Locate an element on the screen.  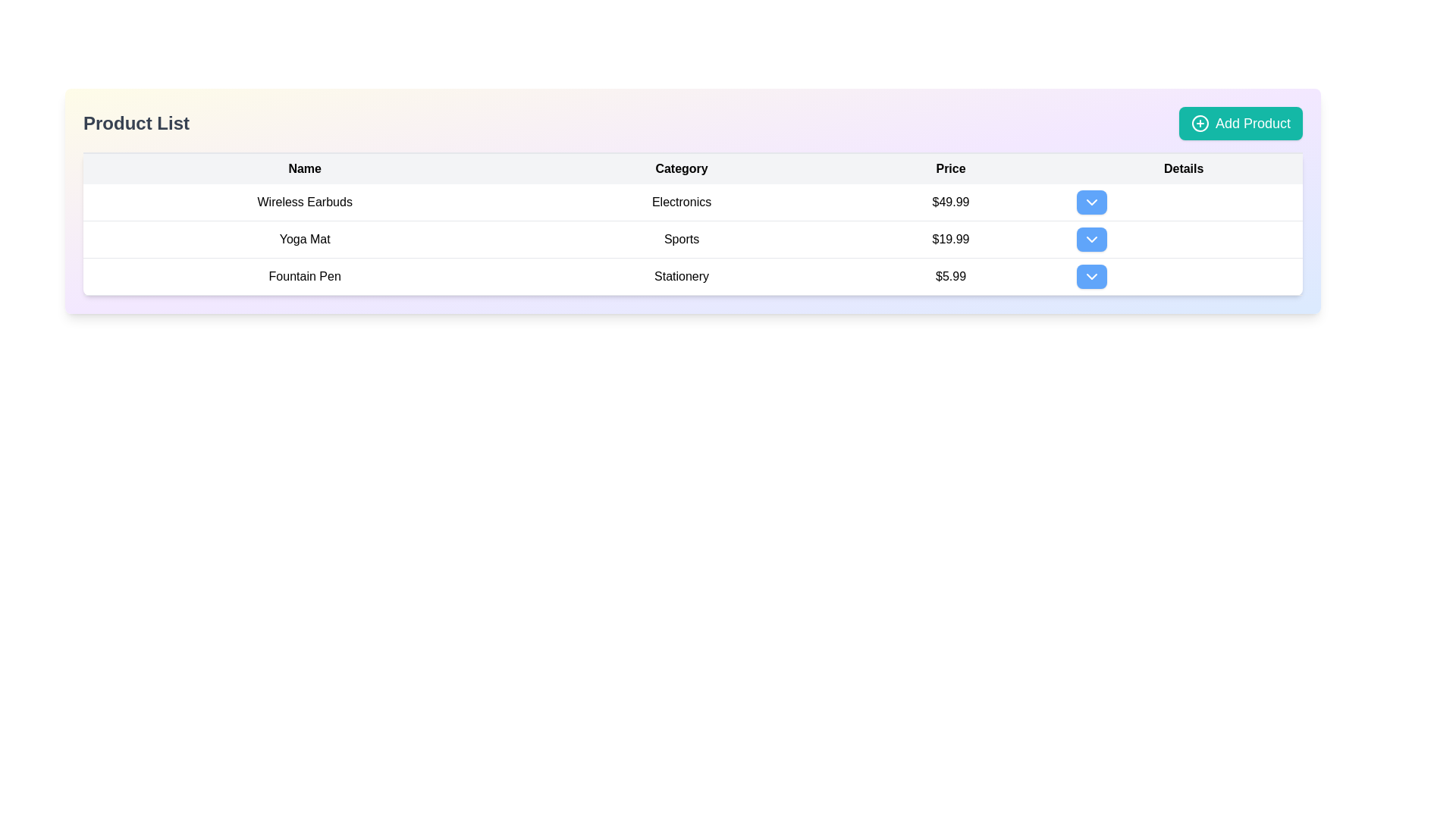
the table cell containing the text 'Stationery' in the 'Category' column of the last row in the data table is located at coordinates (681, 277).